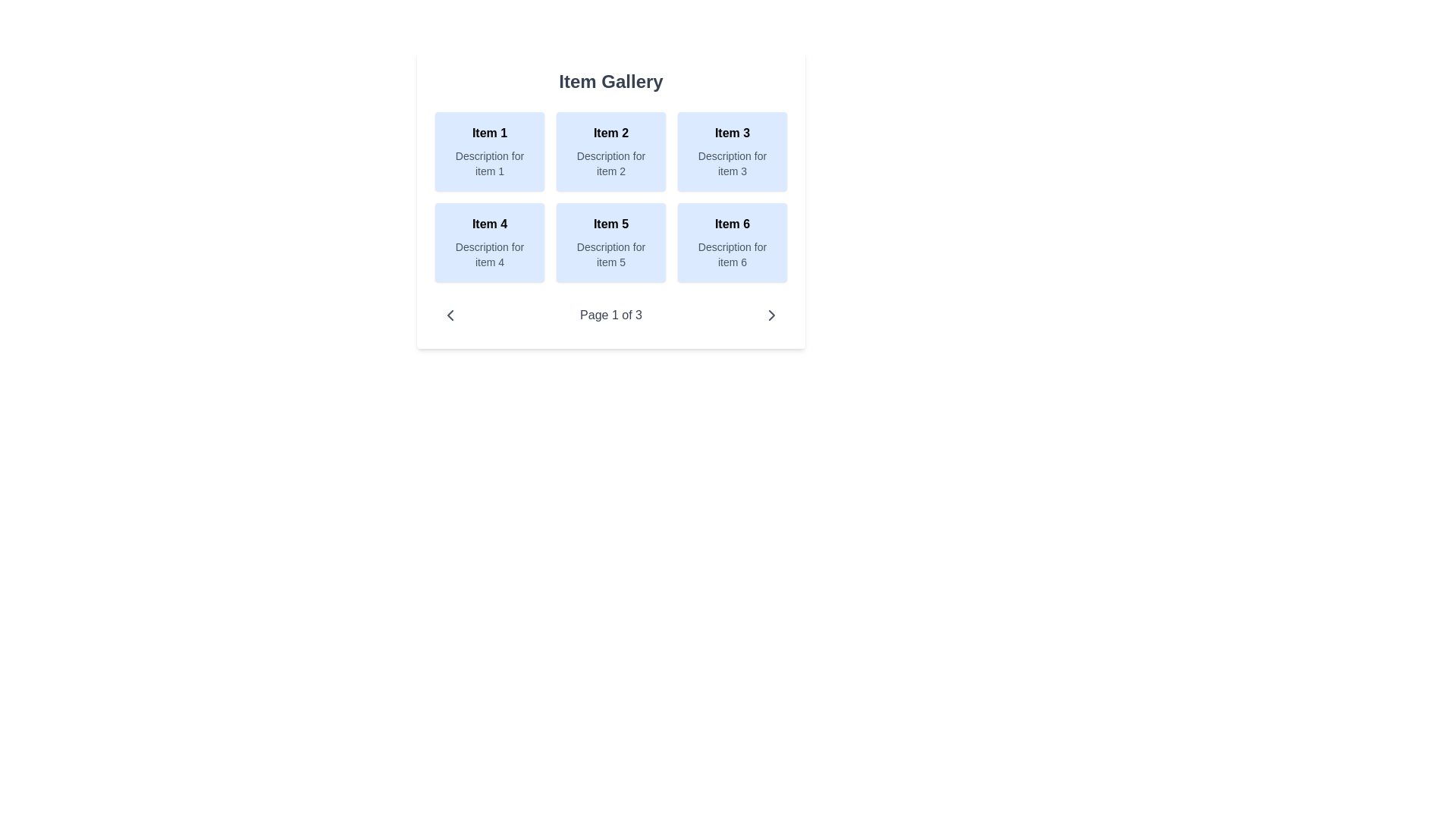 The width and height of the screenshot is (1456, 819). I want to click on displayed text located directly below the bold title 'Item 4' within the fourth item box of the grid layout, so click(490, 253).